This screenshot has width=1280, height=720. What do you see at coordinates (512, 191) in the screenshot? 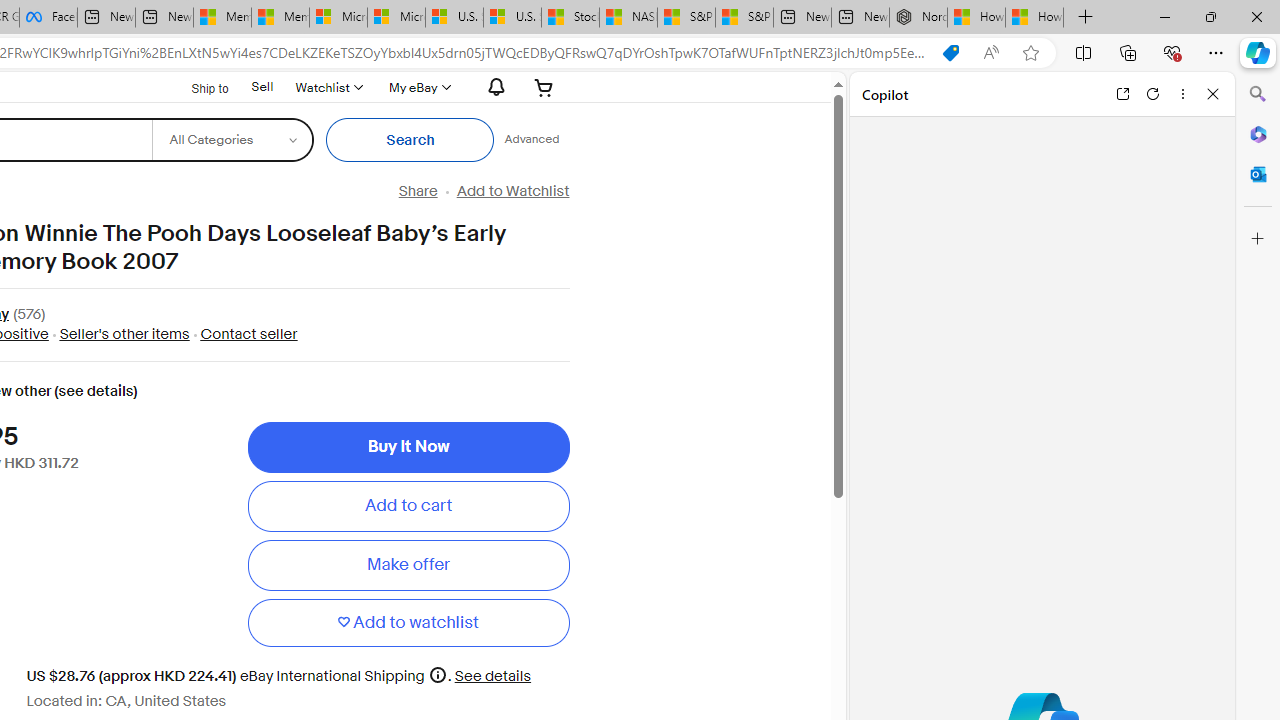
I see `'Add to Watchlist'` at bounding box center [512, 191].